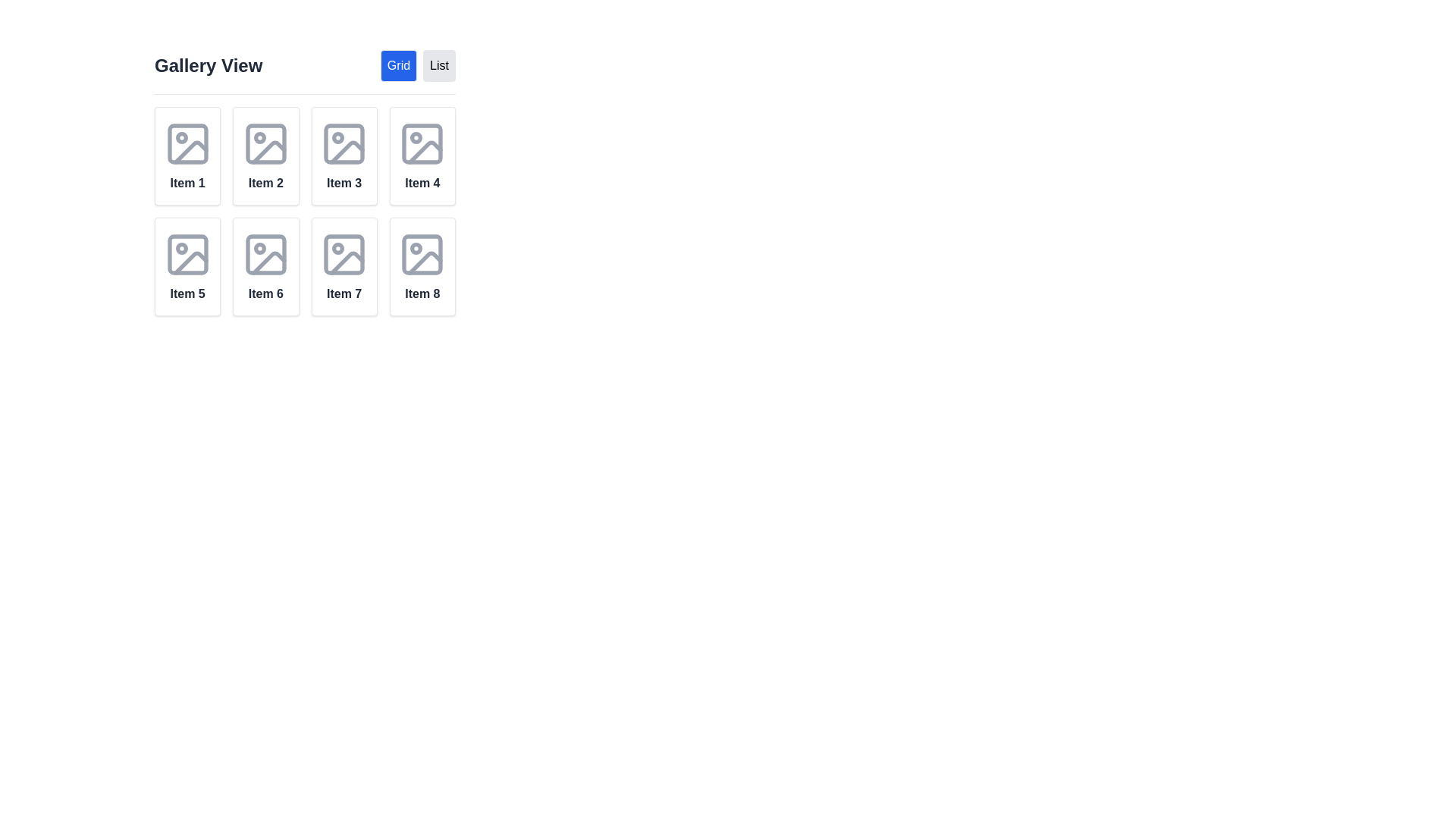 The image size is (1456, 819). I want to click on the decorative rectangle within the image representation of 'Item 7' in the grid layout, so click(344, 253).